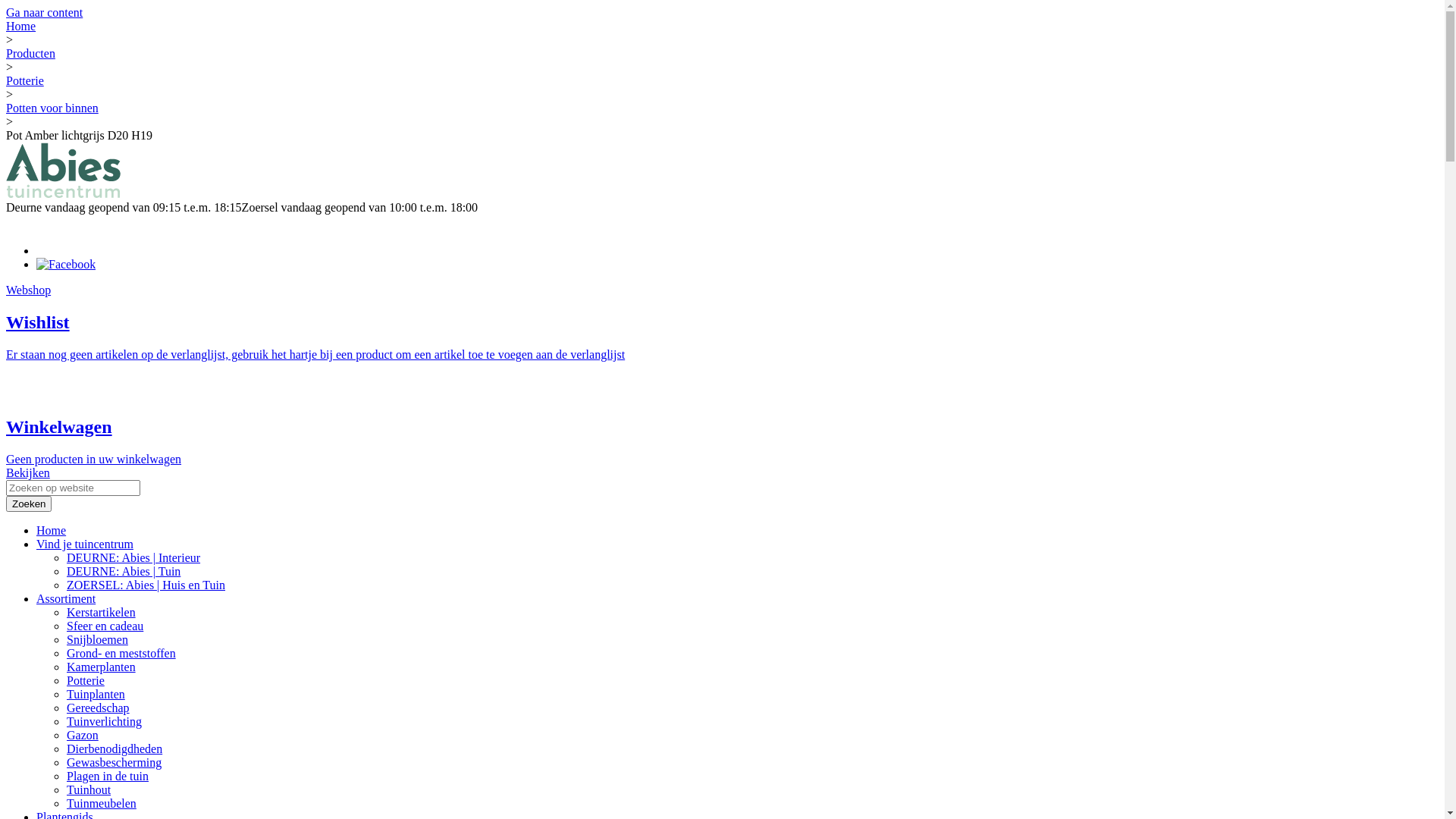 The height and width of the screenshot is (819, 1456). Describe the element at coordinates (65, 611) in the screenshot. I see `'Kerstartikelen'` at that location.